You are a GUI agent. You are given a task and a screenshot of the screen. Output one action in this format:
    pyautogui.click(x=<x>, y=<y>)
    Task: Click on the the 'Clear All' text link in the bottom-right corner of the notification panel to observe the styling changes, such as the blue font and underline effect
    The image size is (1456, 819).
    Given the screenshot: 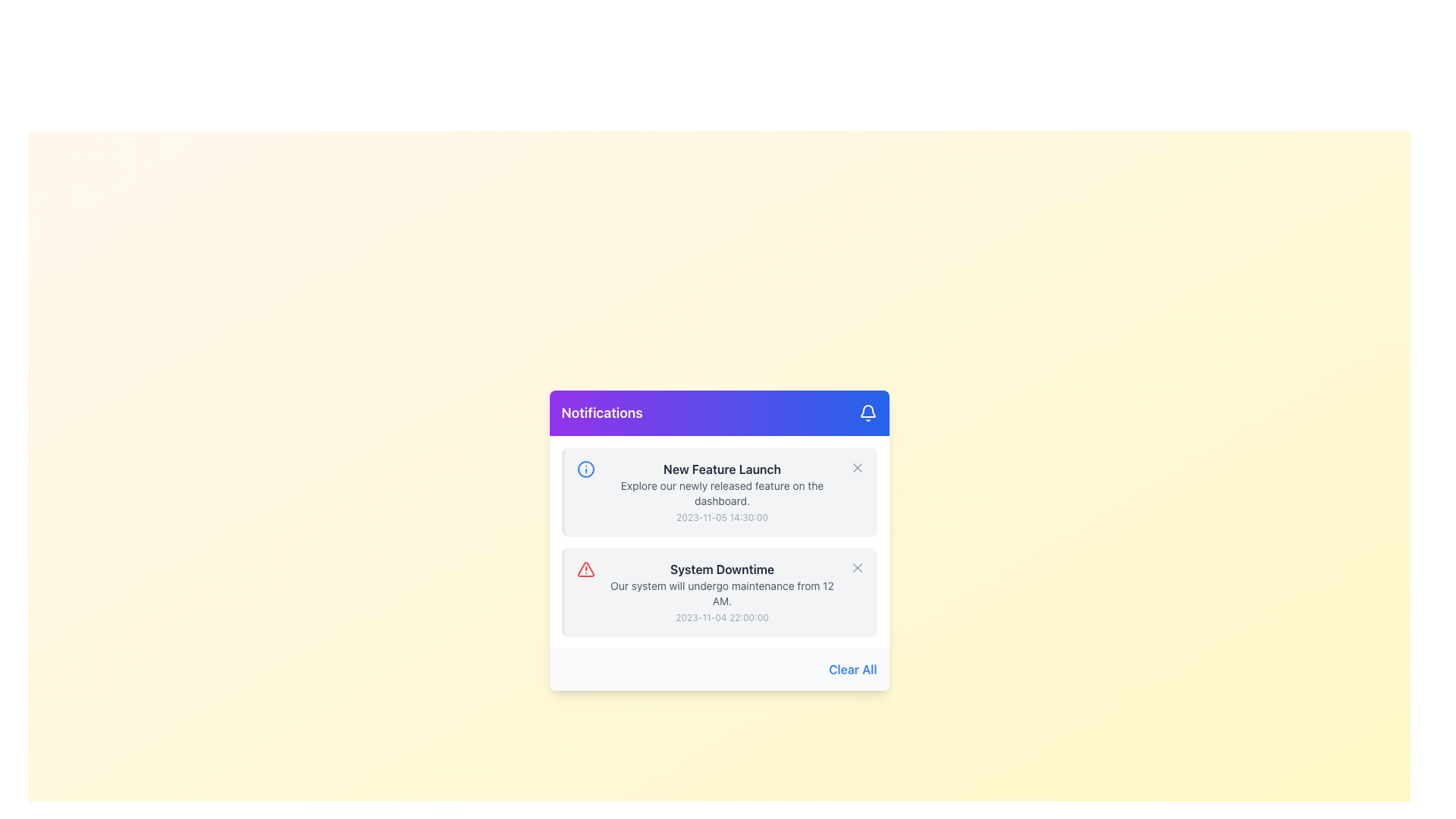 What is the action you would take?
    pyautogui.click(x=852, y=669)
    